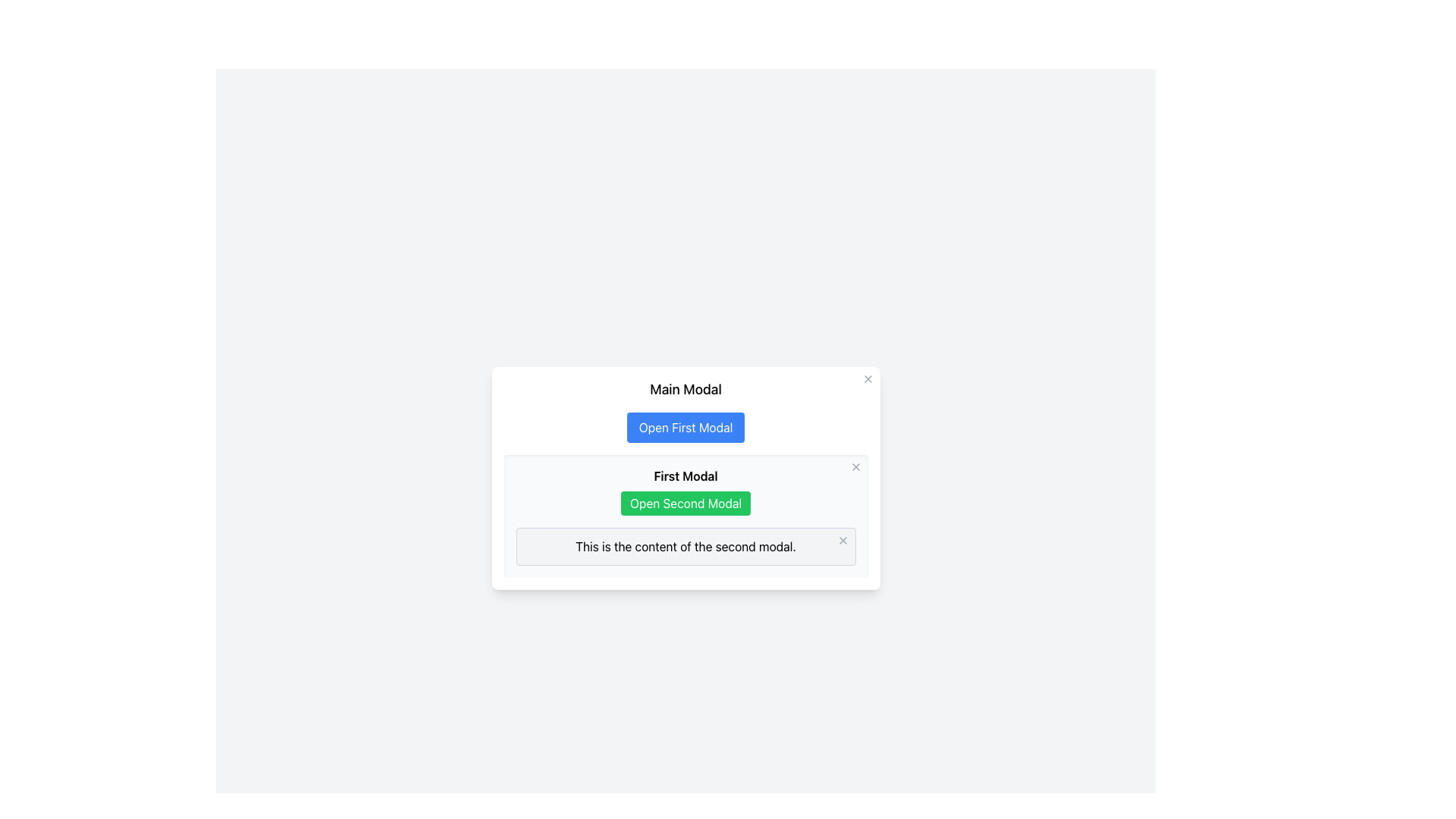  Describe the element at coordinates (685, 427) in the screenshot. I see `the rounded rectangular button labeled 'Open First Modal' that is located directly beneath the 'Main Modal' heading` at that location.